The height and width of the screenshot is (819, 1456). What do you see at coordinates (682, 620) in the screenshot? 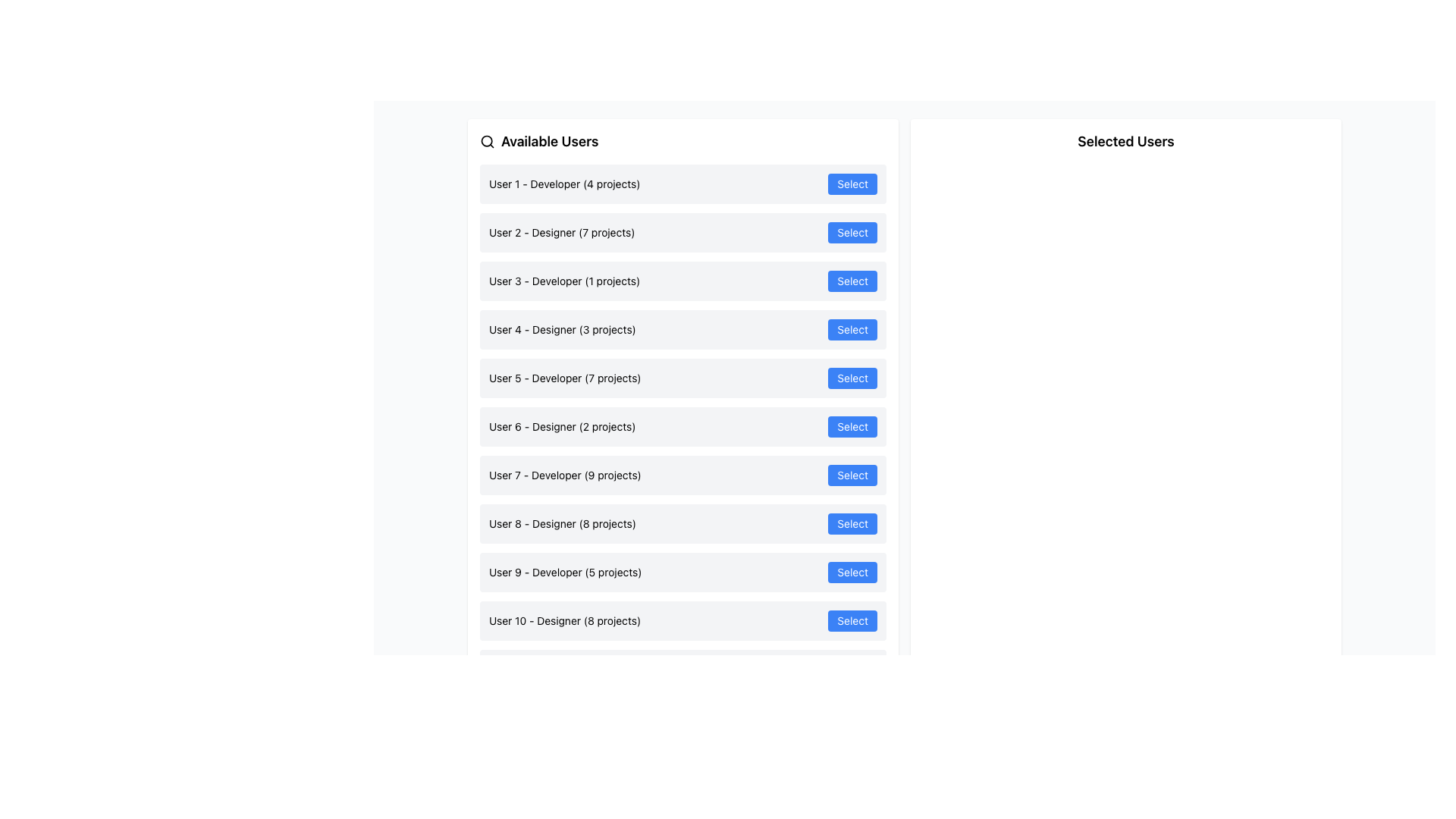
I see `the 'Select' button on the List item for 'User 10 - Designer (8 projects)' in the 'Available Users' section` at bounding box center [682, 620].